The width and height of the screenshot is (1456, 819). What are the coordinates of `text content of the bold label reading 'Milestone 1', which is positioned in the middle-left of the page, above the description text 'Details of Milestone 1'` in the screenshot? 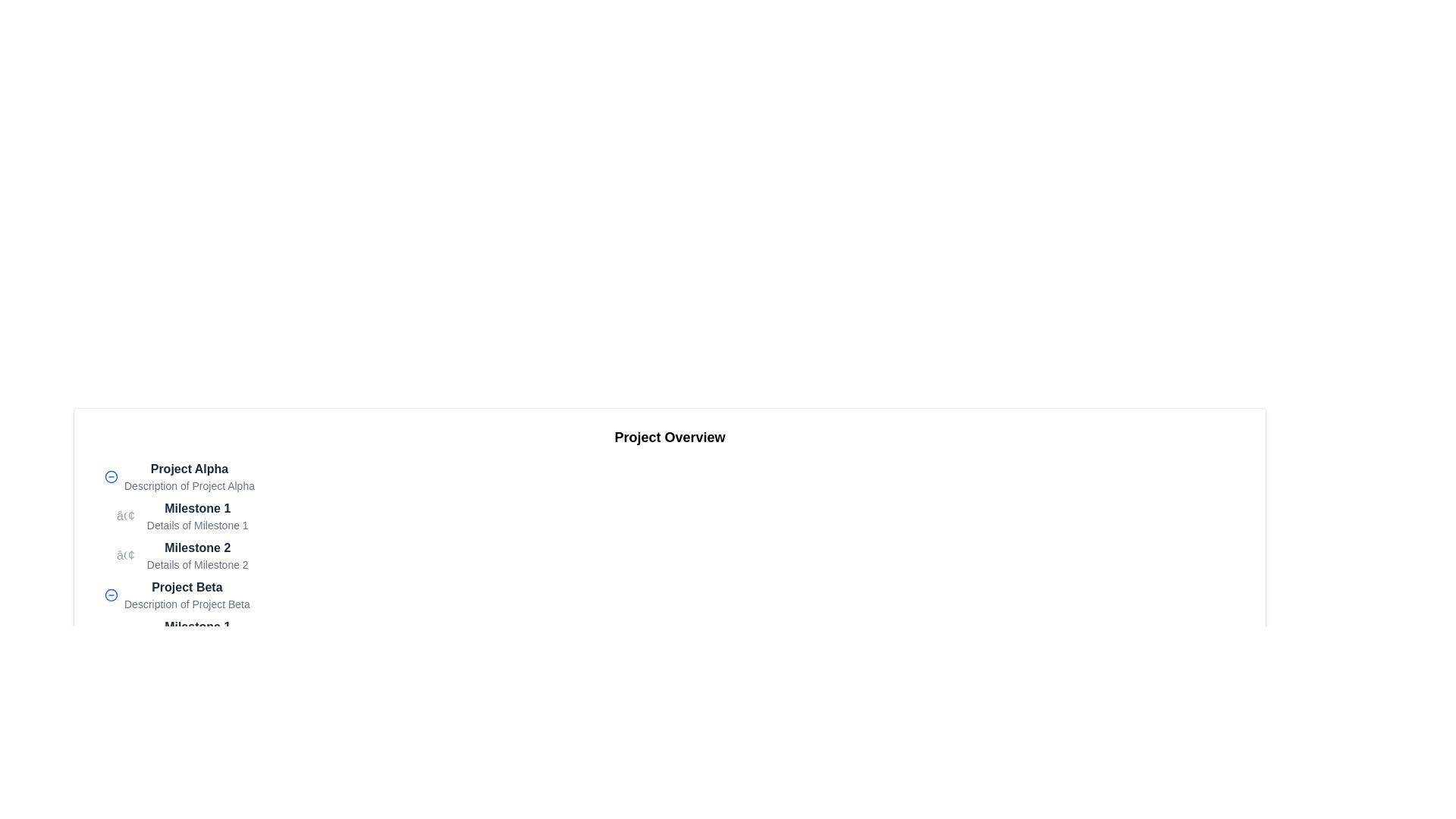 It's located at (196, 626).